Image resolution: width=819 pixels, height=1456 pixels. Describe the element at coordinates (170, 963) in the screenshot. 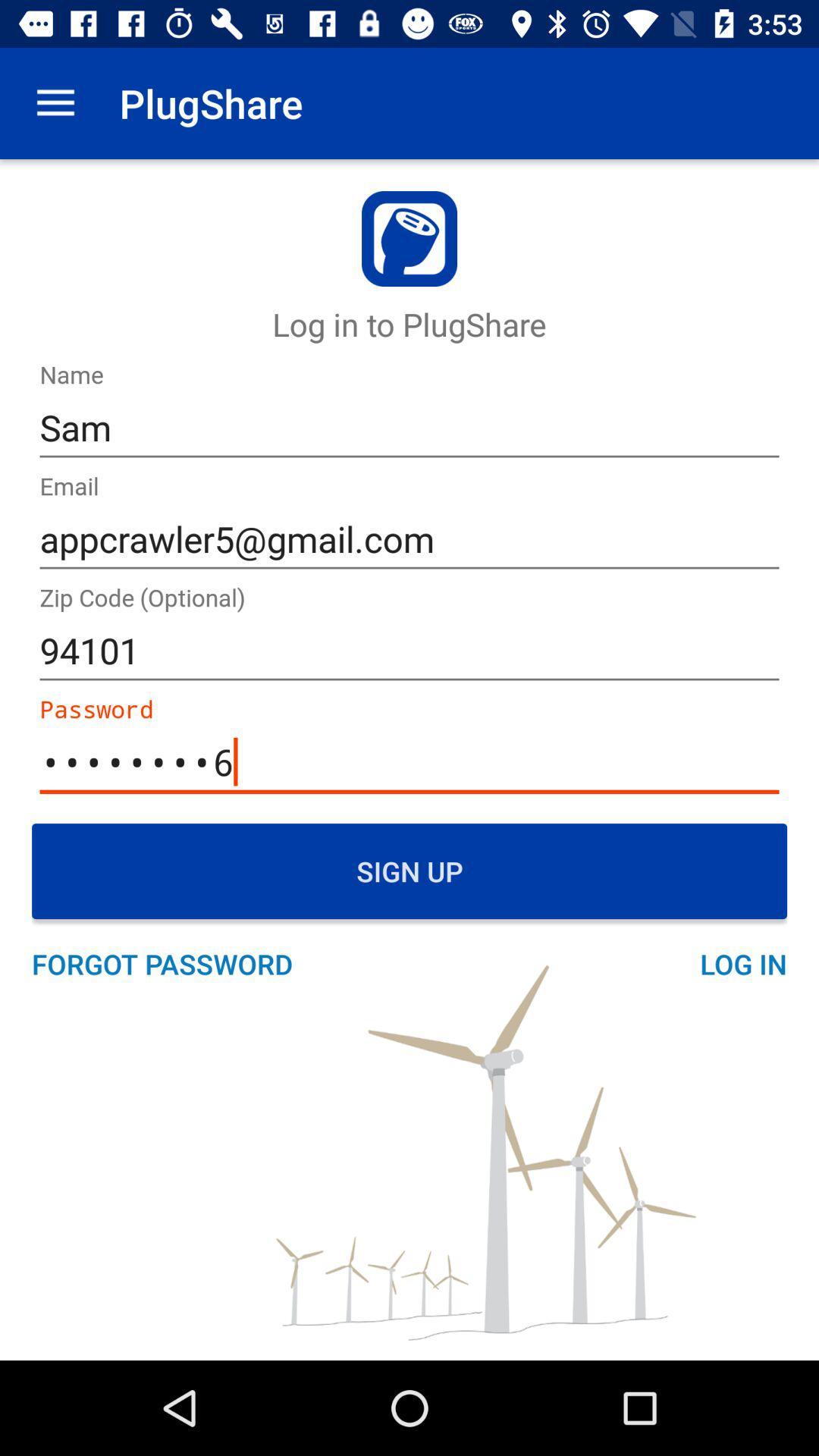

I see `icon to the left of the log in` at that location.